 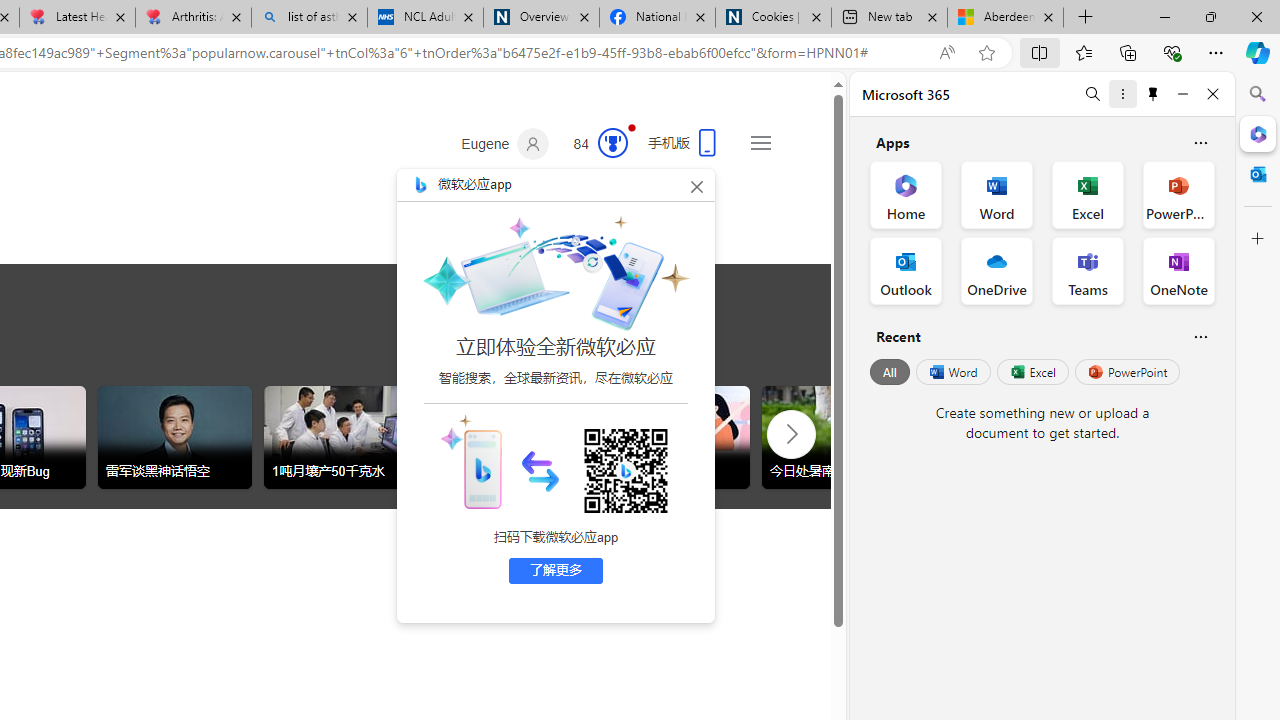 What do you see at coordinates (612, 141) in the screenshot?
I see `'AutomationID: rh_meter'` at bounding box center [612, 141].